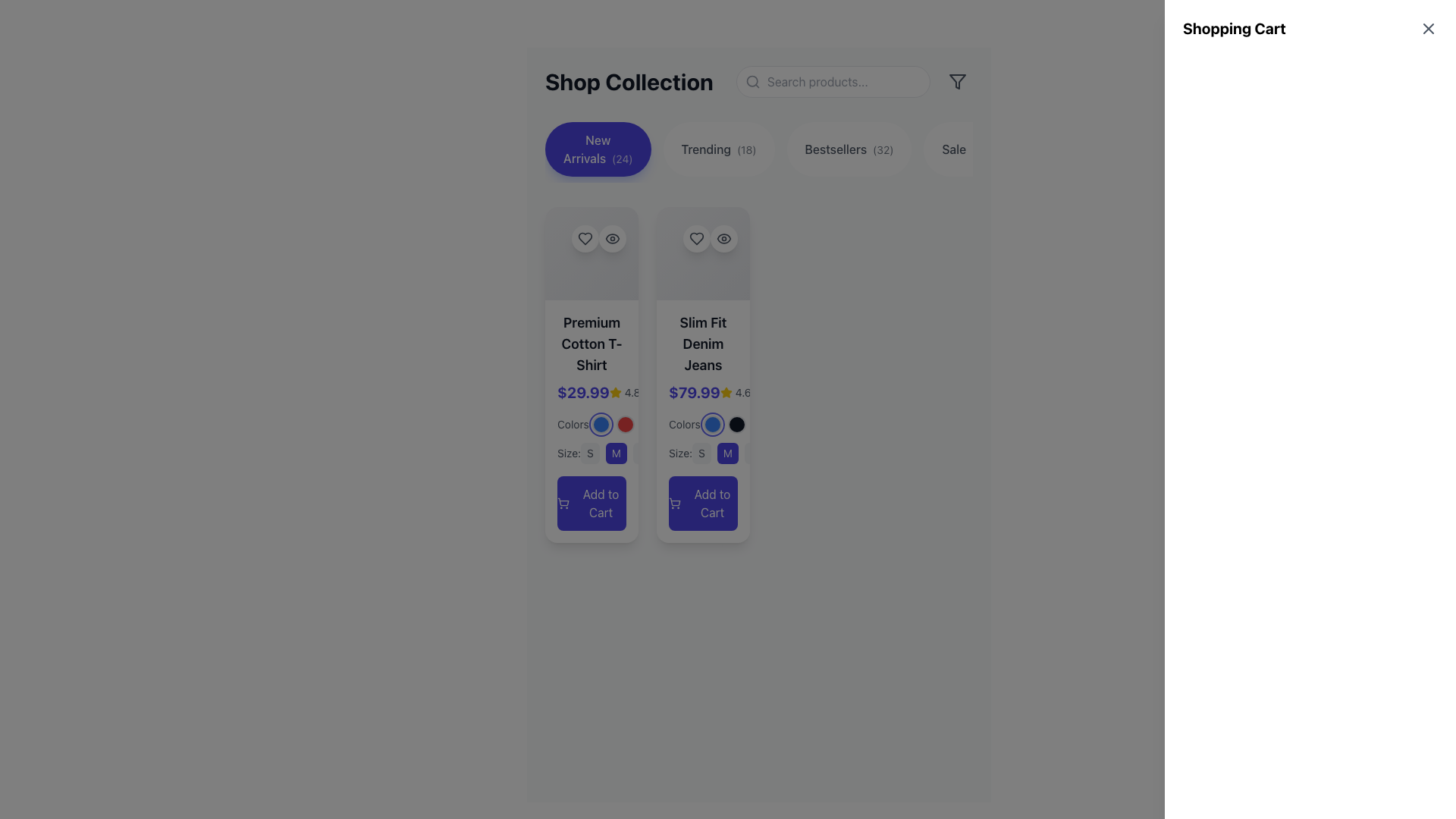 The width and height of the screenshot is (1456, 819). Describe the element at coordinates (883, 149) in the screenshot. I see `the supplementary text label '(32)' located within the 'Bestsellers' button, which is styled in a smaller font size and reduced opacity, positioned to the right of 'Bestsellers'` at that location.